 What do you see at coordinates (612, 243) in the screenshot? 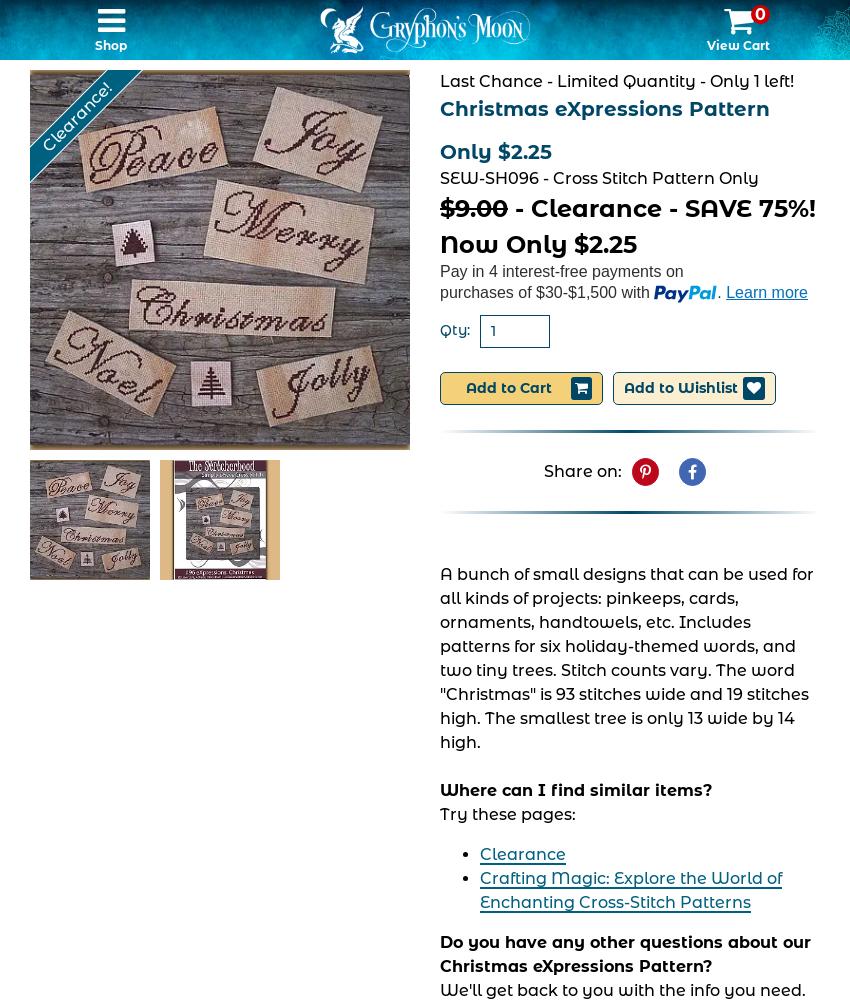
I see `'2.25'` at bounding box center [612, 243].